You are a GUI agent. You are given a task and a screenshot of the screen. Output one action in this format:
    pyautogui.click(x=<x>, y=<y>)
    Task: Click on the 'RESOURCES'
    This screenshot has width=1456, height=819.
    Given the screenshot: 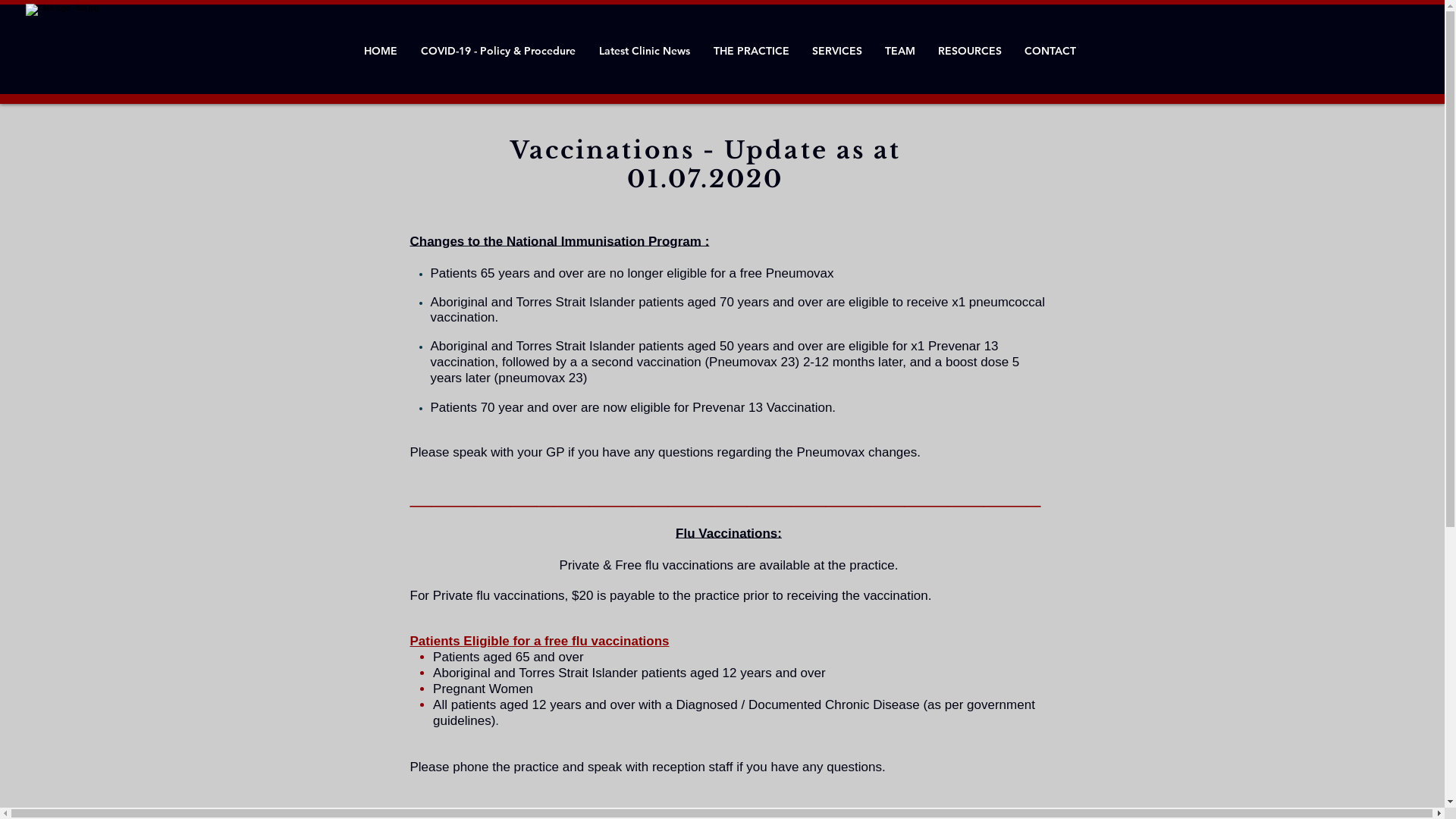 What is the action you would take?
    pyautogui.click(x=968, y=49)
    